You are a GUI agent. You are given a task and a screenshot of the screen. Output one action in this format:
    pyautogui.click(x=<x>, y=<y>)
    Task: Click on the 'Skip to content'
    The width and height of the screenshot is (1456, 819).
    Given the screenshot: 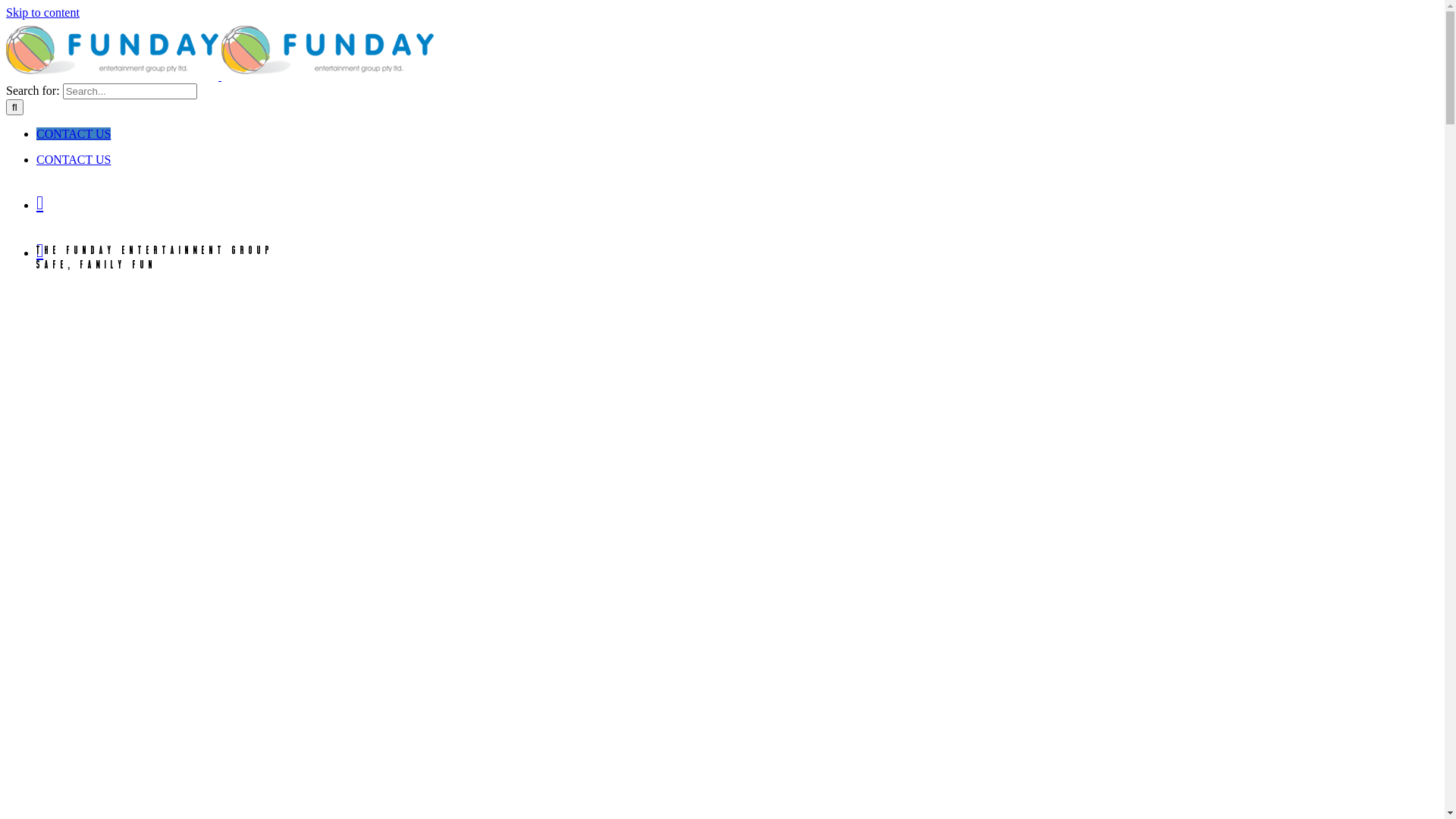 What is the action you would take?
    pyautogui.click(x=42, y=12)
    